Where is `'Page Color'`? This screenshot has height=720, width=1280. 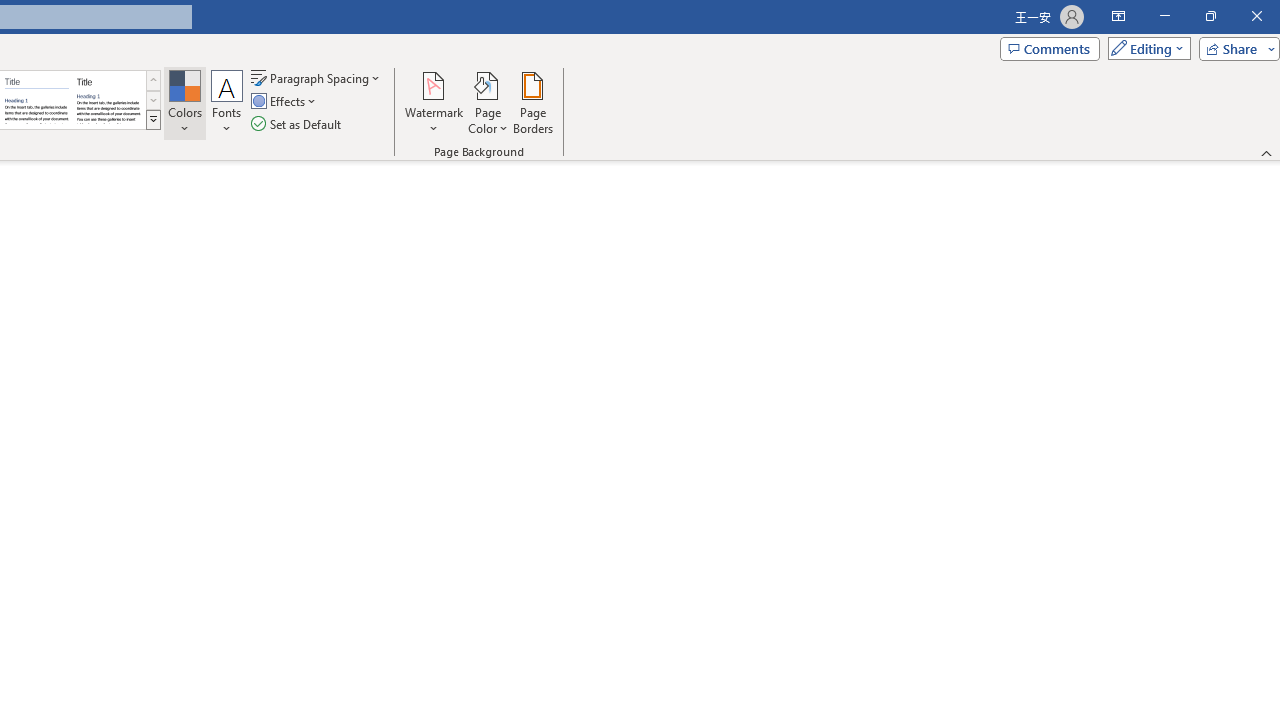 'Page Color' is located at coordinates (488, 103).